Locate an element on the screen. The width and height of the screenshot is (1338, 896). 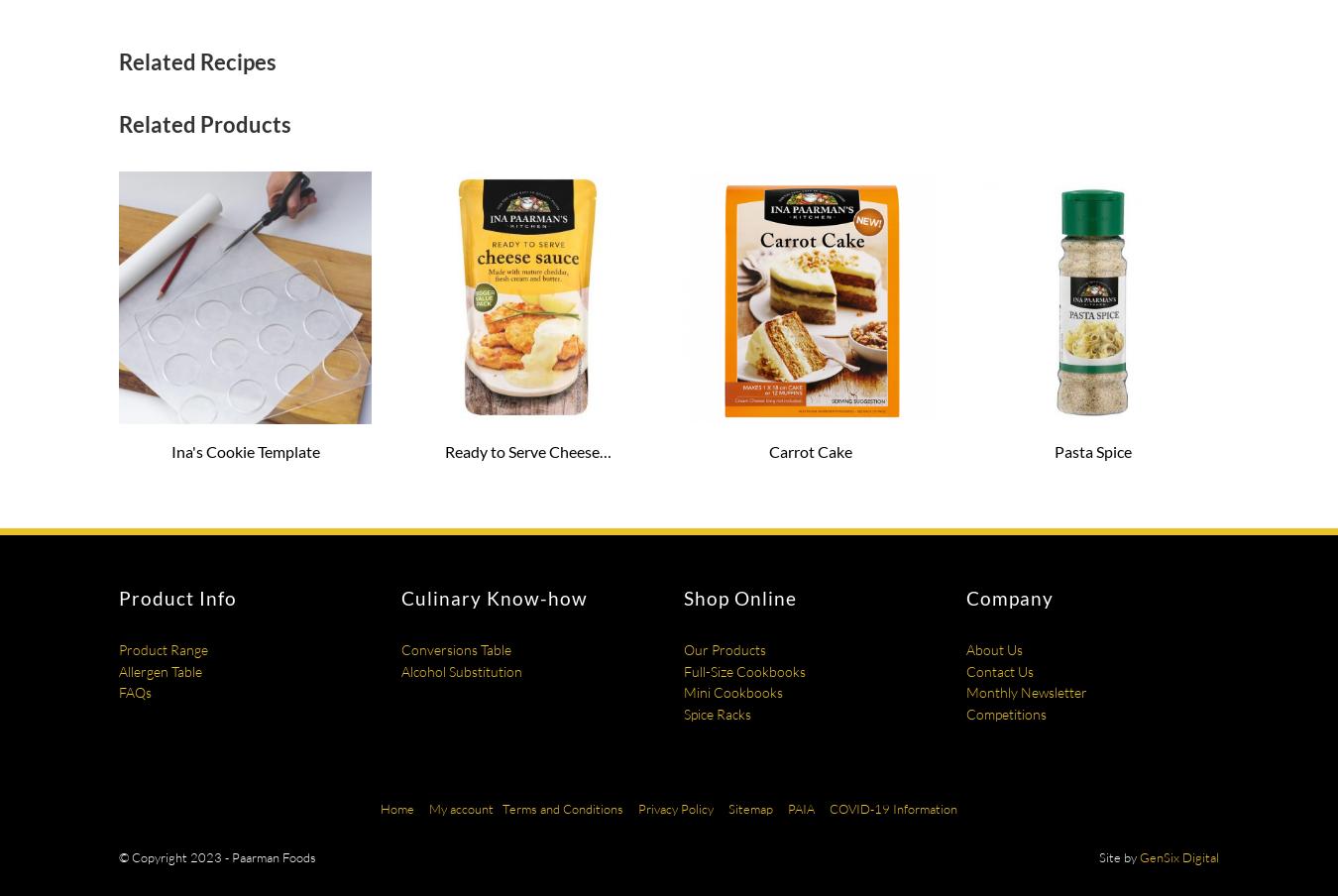
'My account' is located at coordinates (460, 806).